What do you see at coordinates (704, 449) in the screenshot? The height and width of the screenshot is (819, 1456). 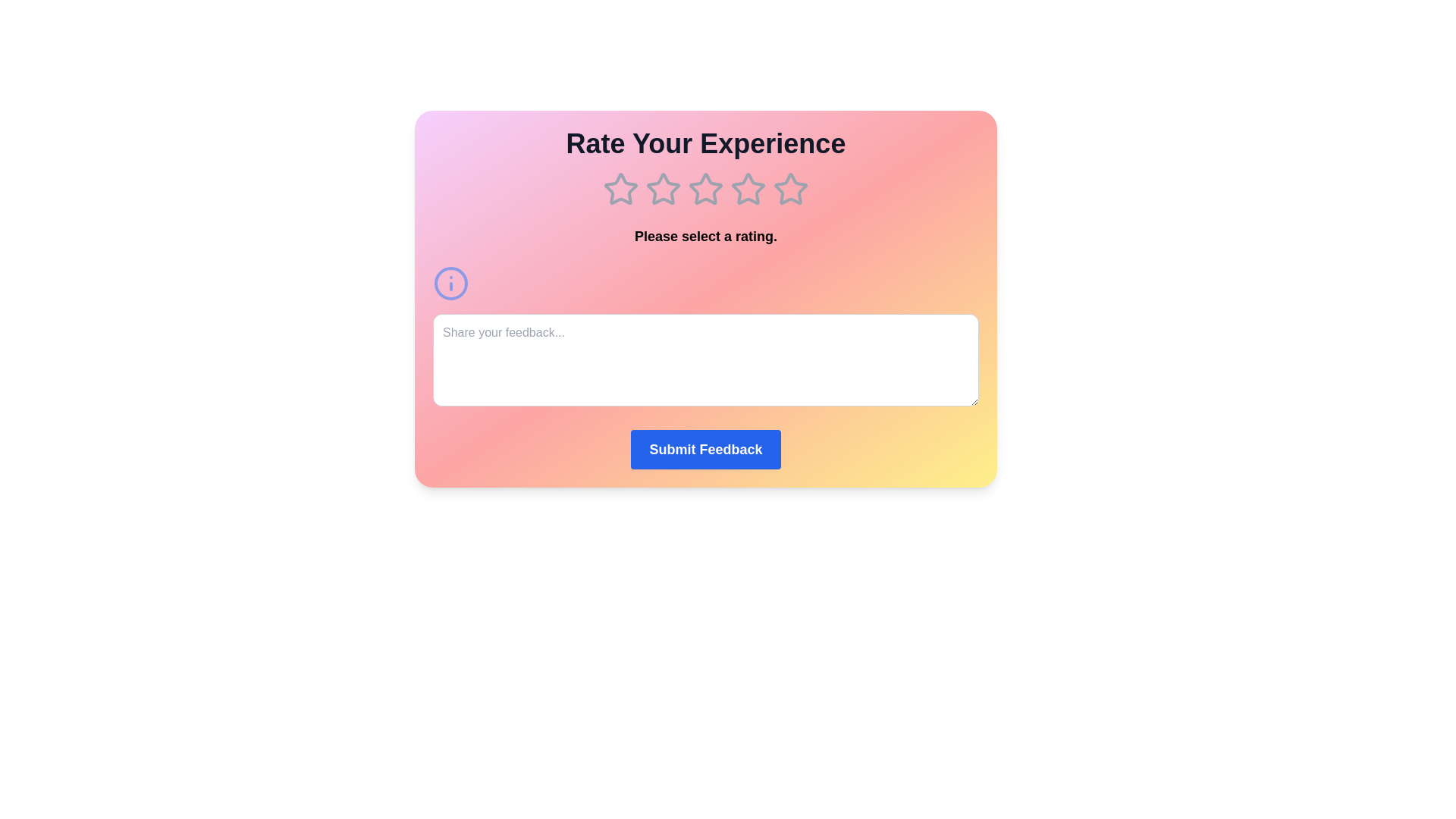 I see `the Submit Feedback button` at bounding box center [704, 449].